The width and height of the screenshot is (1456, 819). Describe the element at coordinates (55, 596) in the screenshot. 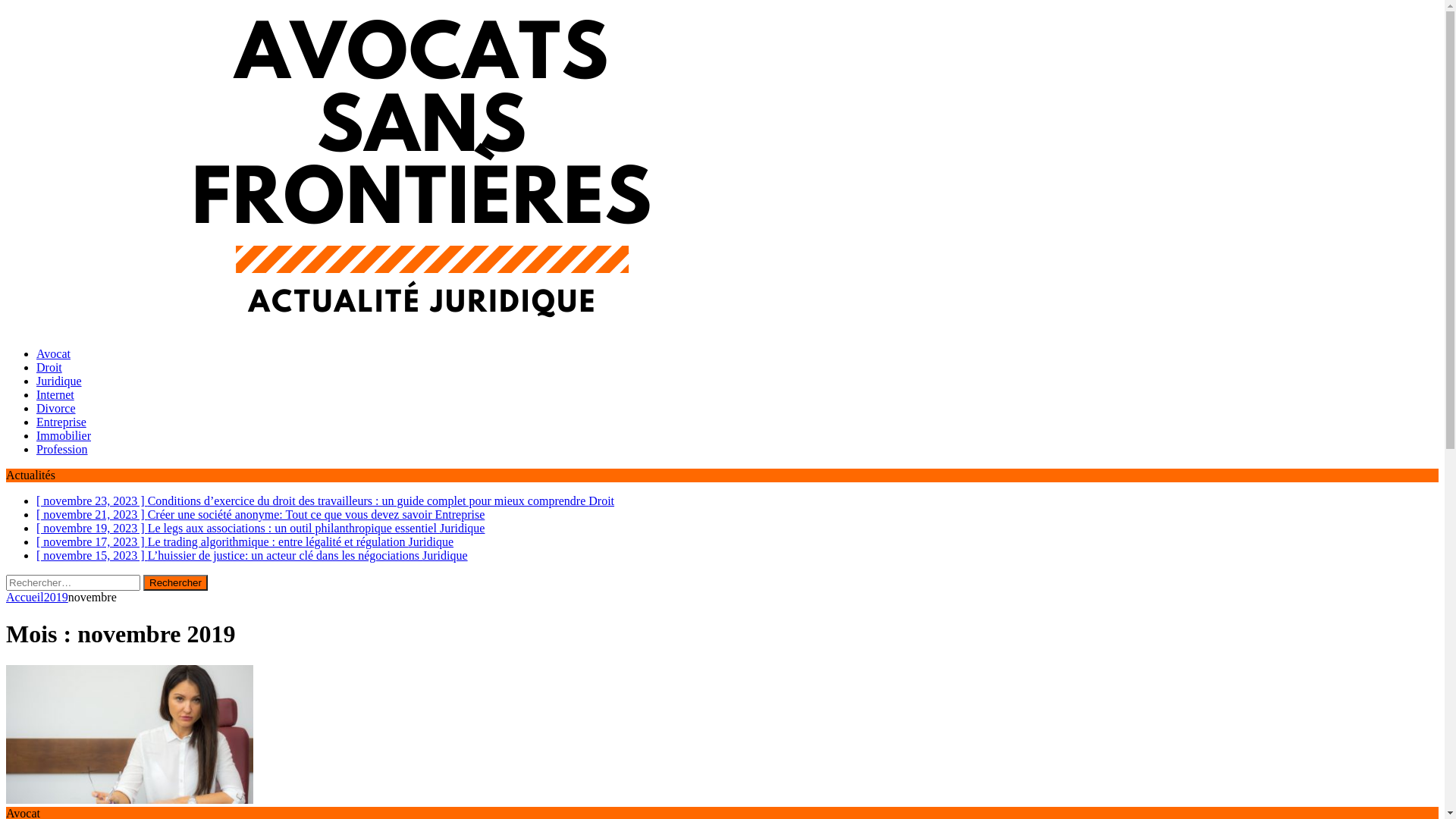

I see `'2019'` at that location.